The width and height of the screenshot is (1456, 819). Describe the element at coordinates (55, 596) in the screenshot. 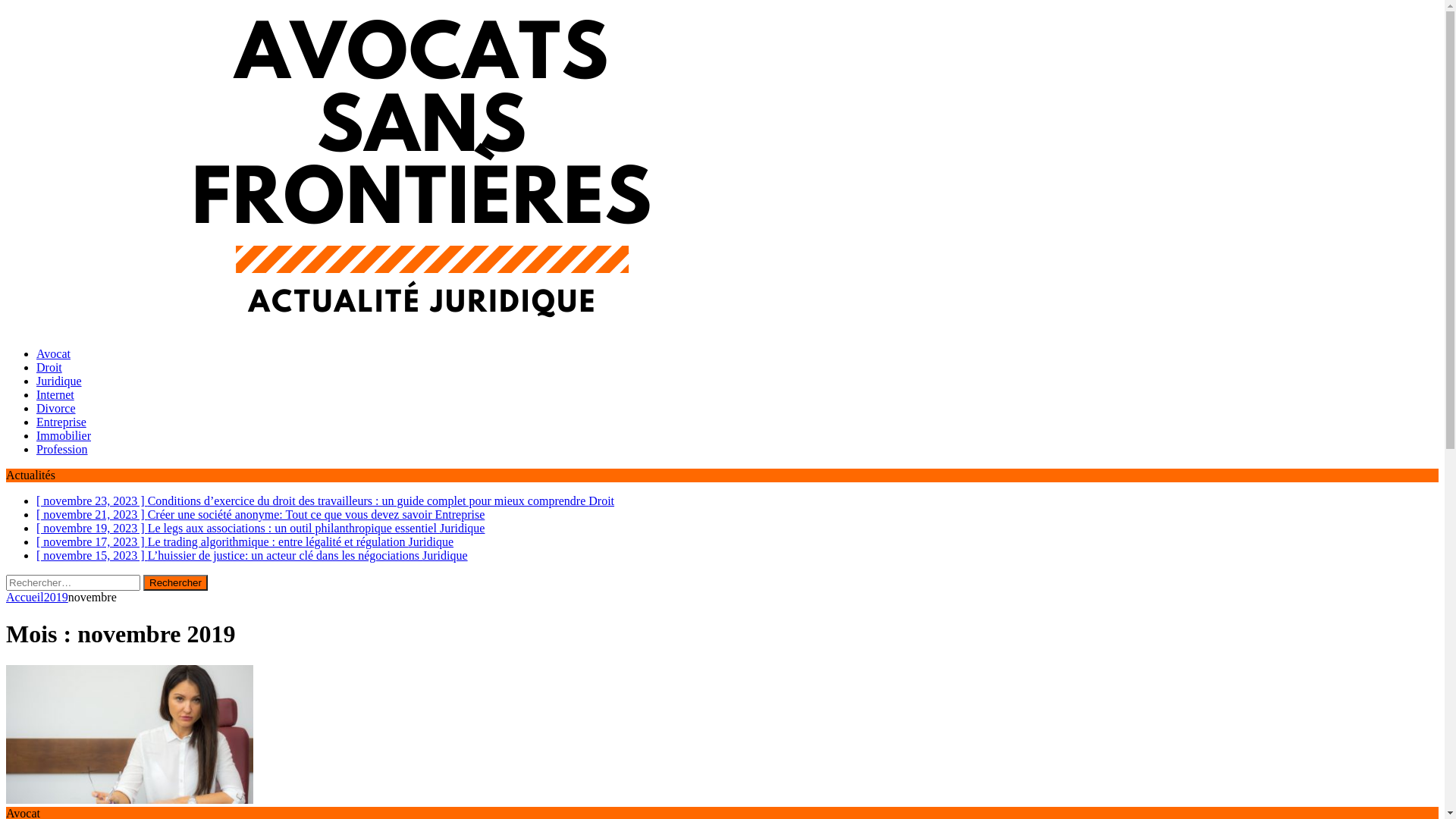

I see `'2019'` at that location.